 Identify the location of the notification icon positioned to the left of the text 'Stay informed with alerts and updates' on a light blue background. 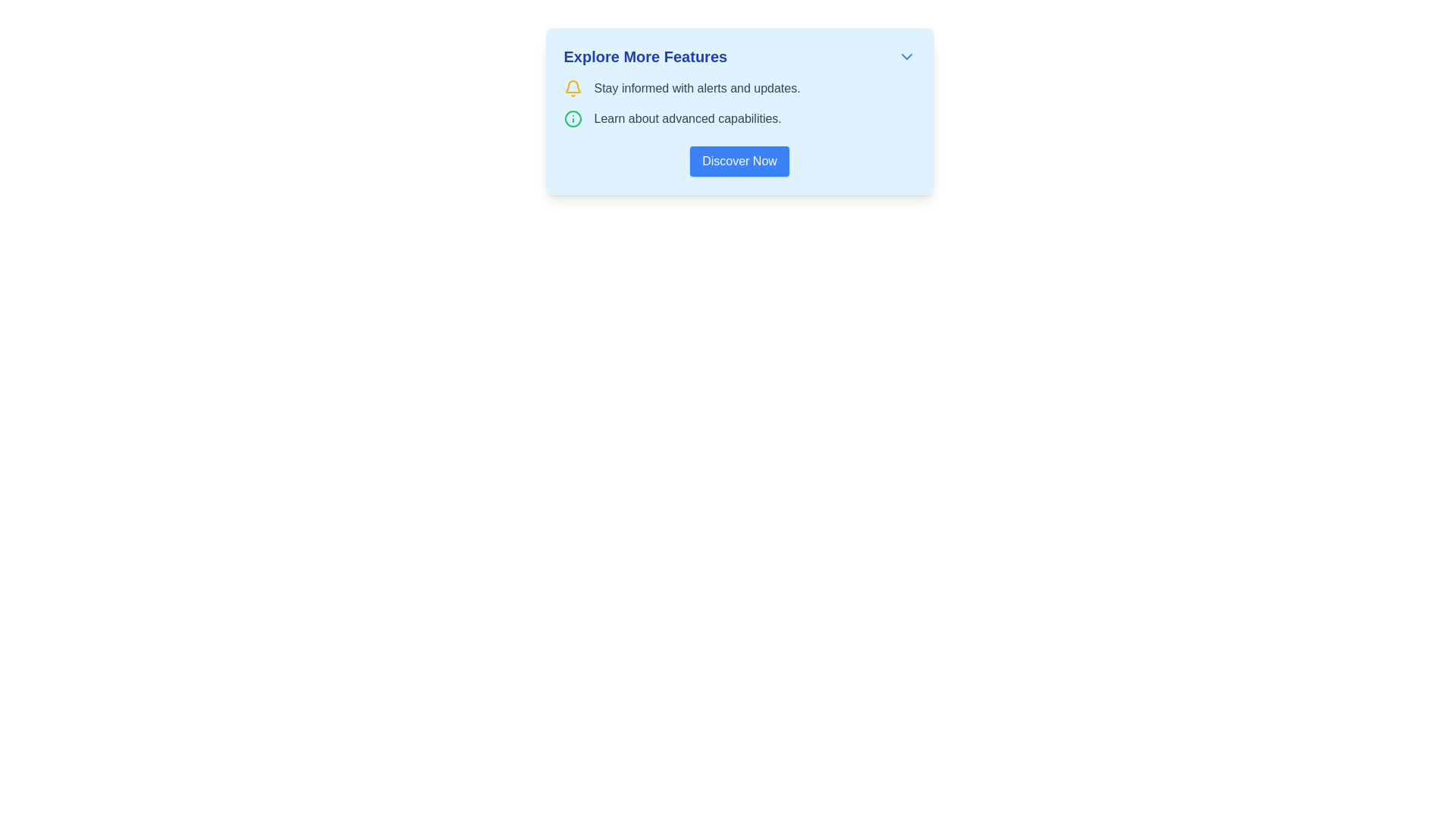
(572, 88).